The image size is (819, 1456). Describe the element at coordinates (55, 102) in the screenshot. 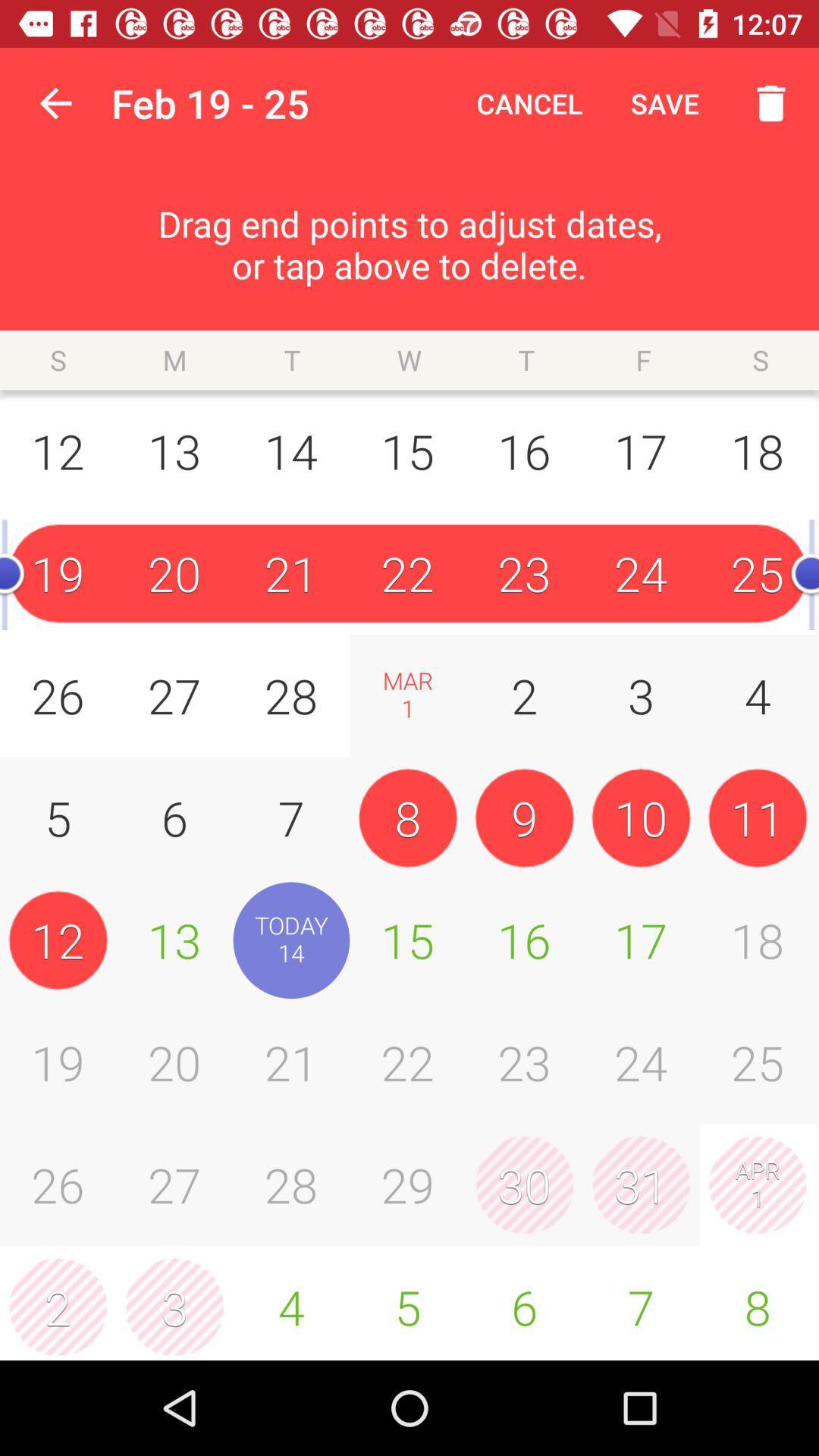

I see `the item next to the edit period item` at that location.